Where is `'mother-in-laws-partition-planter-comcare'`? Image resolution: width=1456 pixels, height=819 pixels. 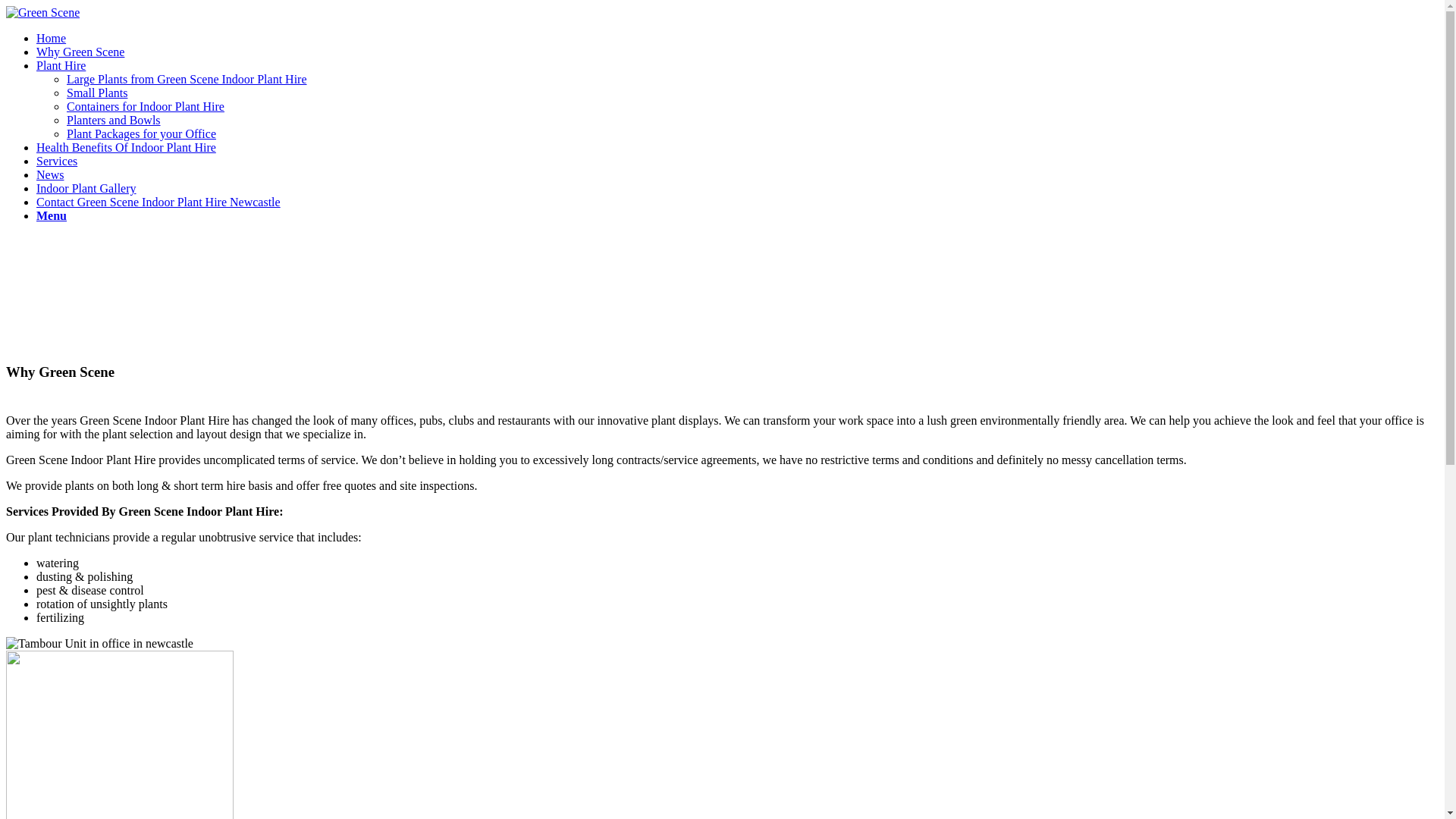 'mother-in-laws-partition-planter-comcare' is located at coordinates (99, 643).